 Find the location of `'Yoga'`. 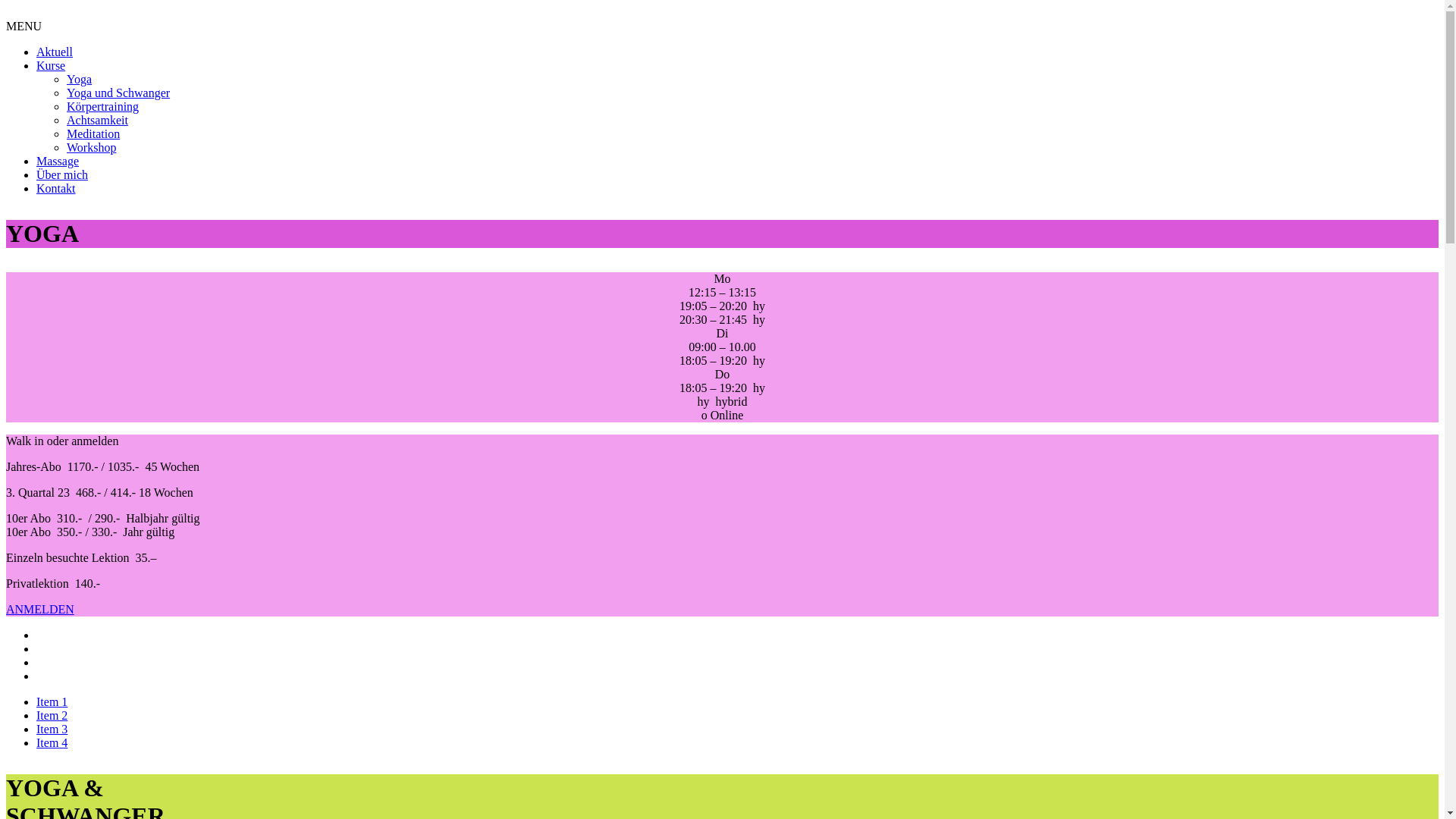

'Yoga' is located at coordinates (65, 79).